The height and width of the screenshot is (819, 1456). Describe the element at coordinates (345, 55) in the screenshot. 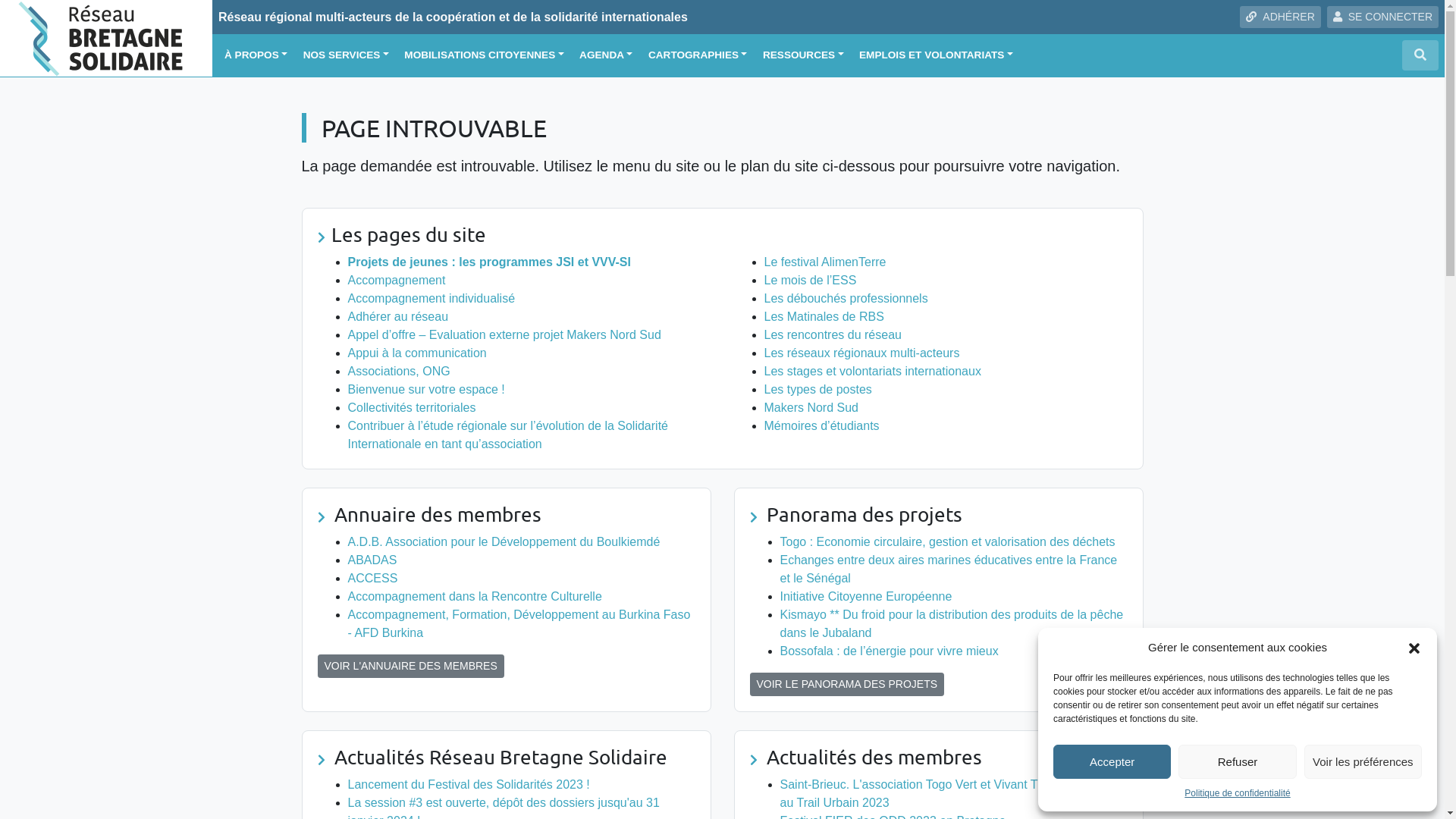

I see `'NOS SERVICES'` at that location.